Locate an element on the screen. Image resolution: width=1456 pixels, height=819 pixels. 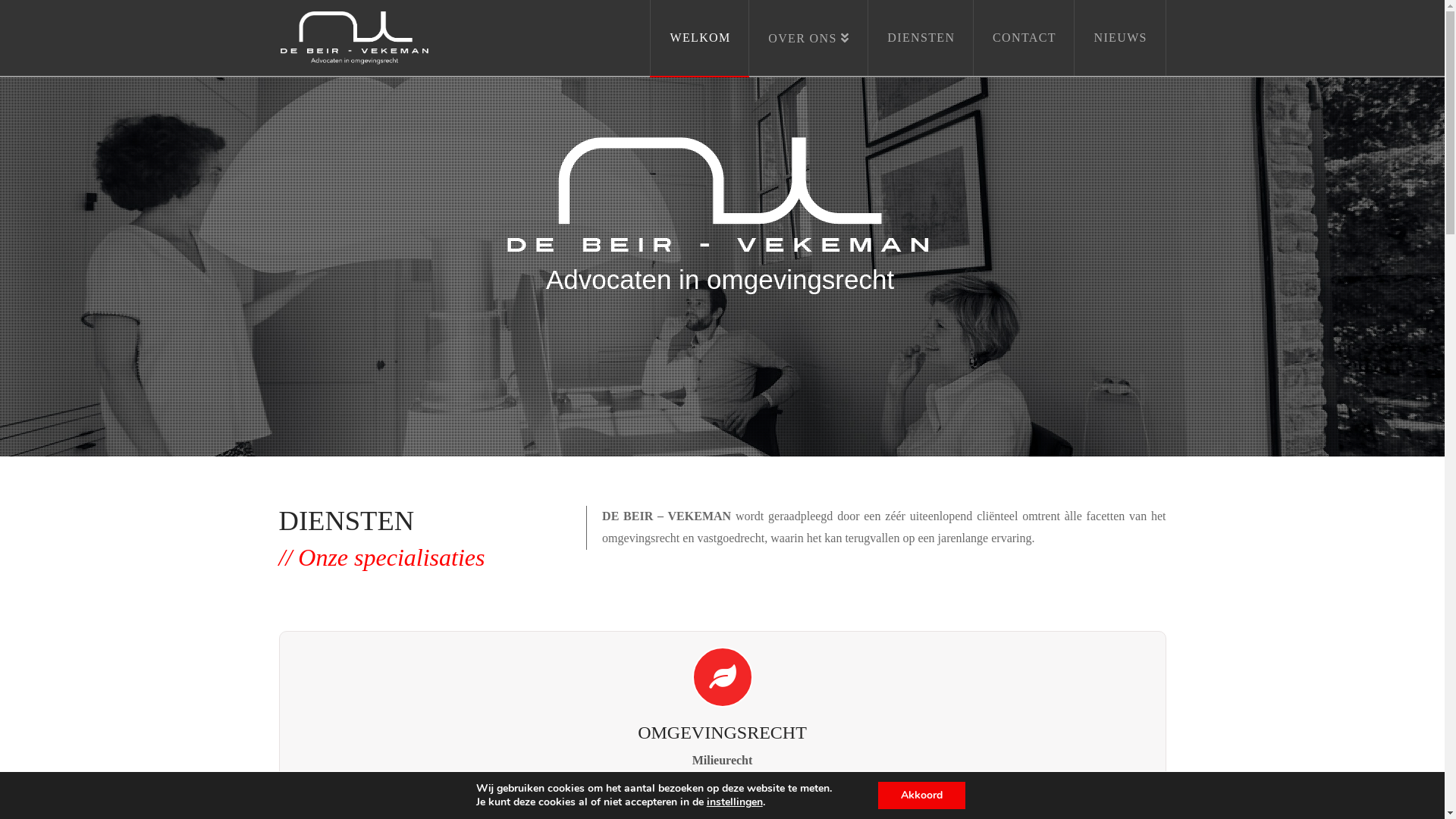
'NIEUWS' is located at coordinates (1120, 37).